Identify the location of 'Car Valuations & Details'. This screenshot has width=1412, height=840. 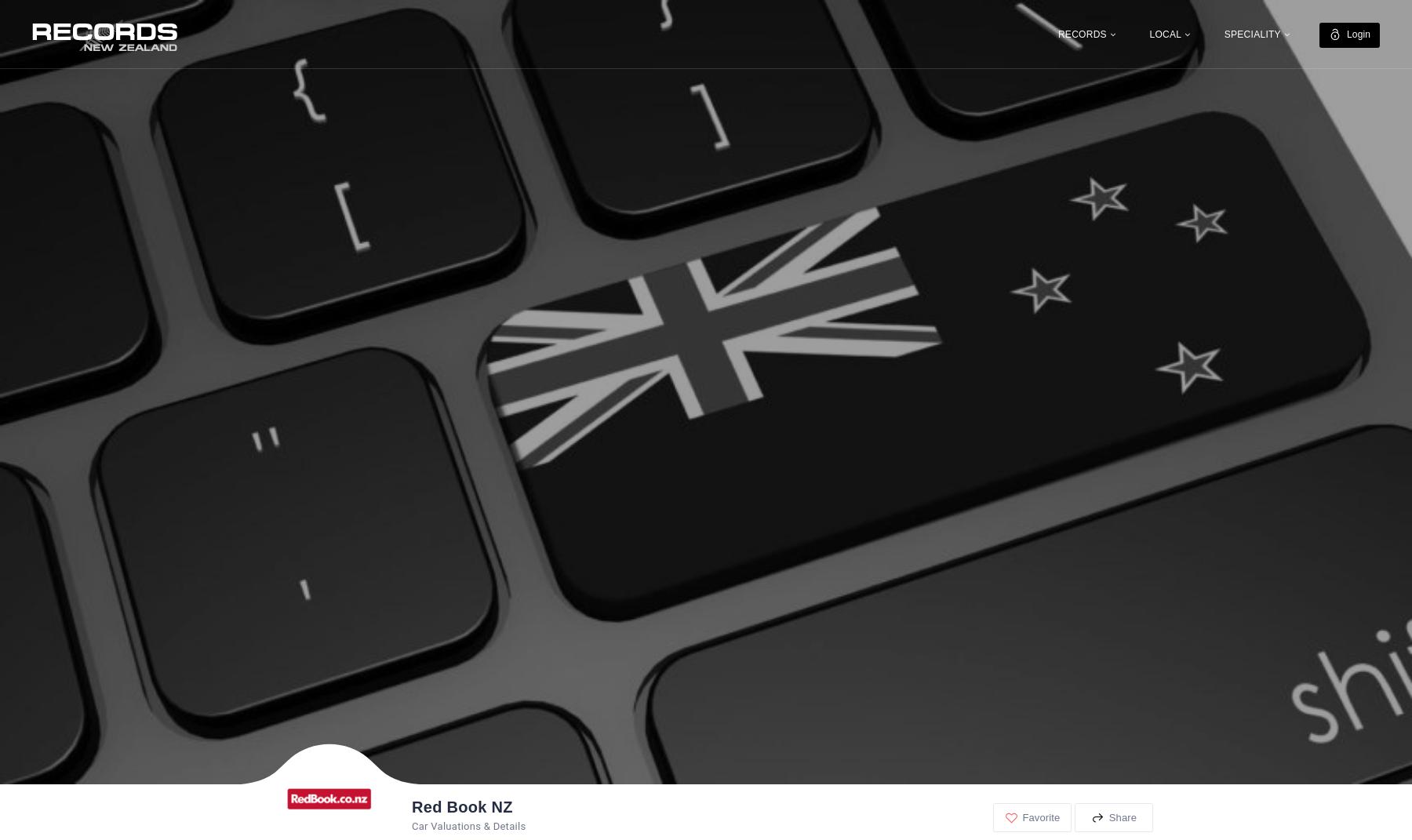
(468, 825).